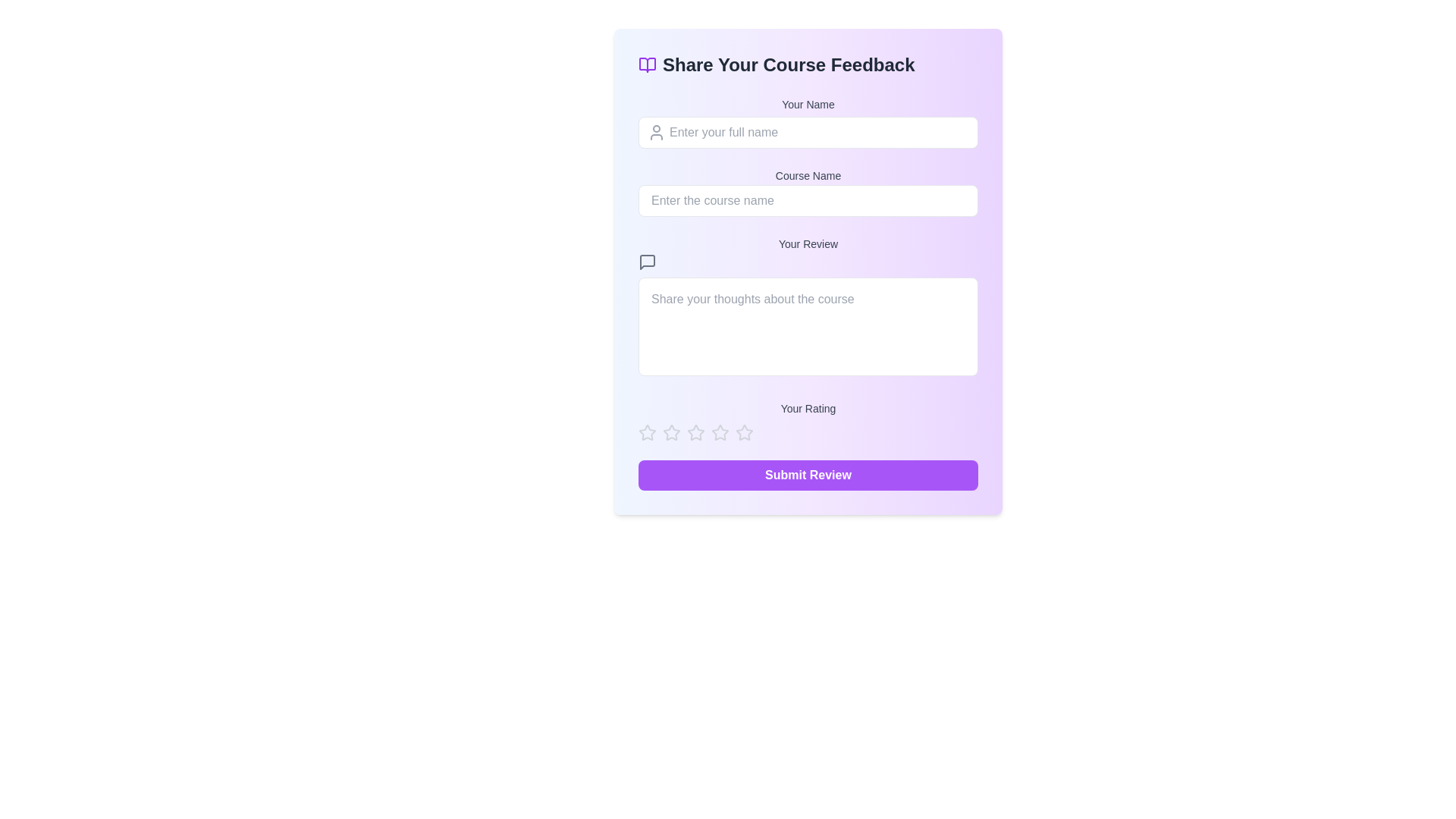 Image resolution: width=1456 pixels, height=819 pixels. What do you see at coordinates (807, 408) in the screenshot?
I see `the 'Your Rating' label text, which is styled with medium-sized gray font and located just above the star rating system in the form interface` at bounding box center [807, 408].